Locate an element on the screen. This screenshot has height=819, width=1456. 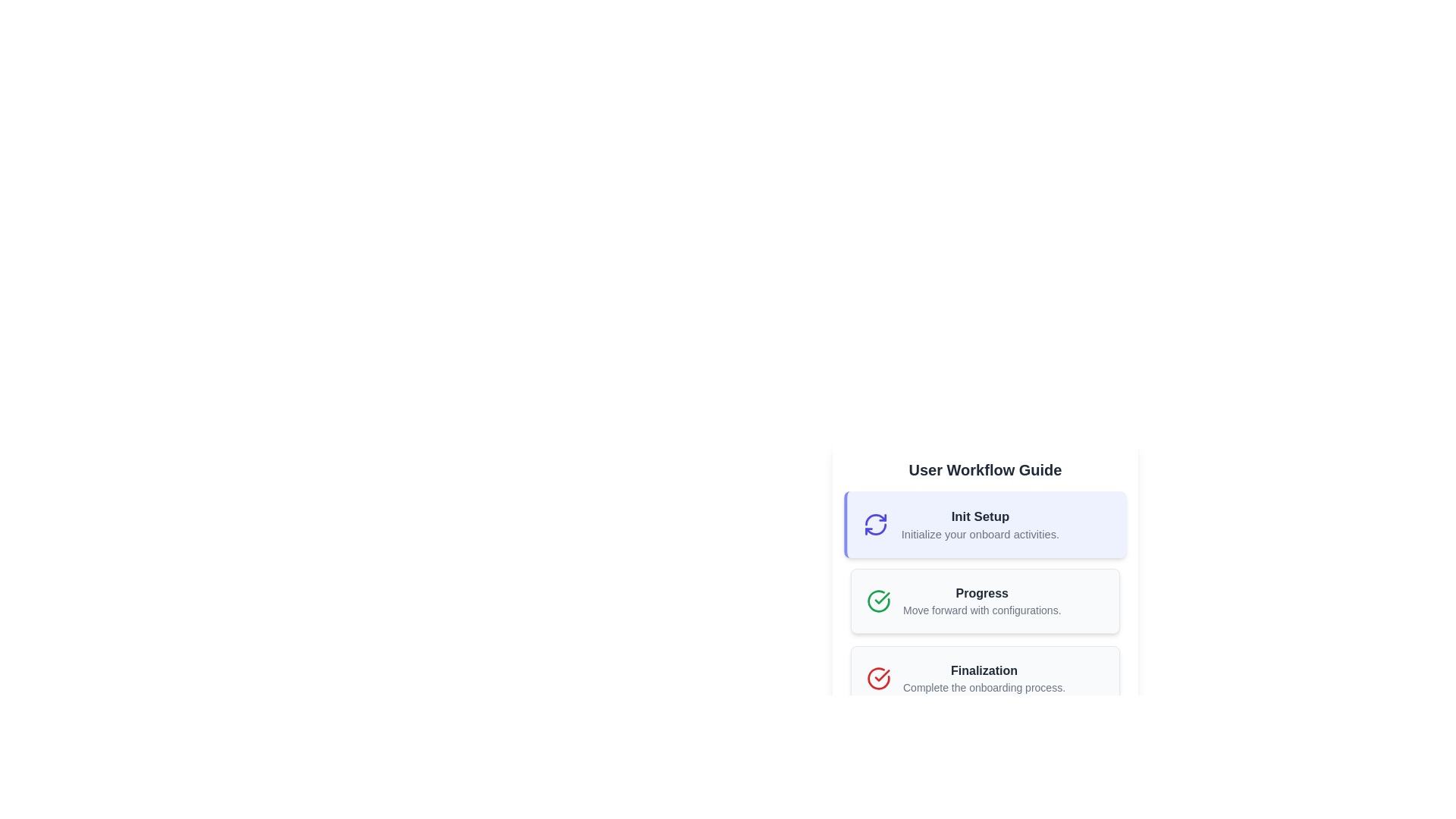
the Text Label that serves as a heading for the second step in the 'User Workflow Guide', positioned between 'Init Setup' and 'Finalization' is located at coordinates (982, 593).